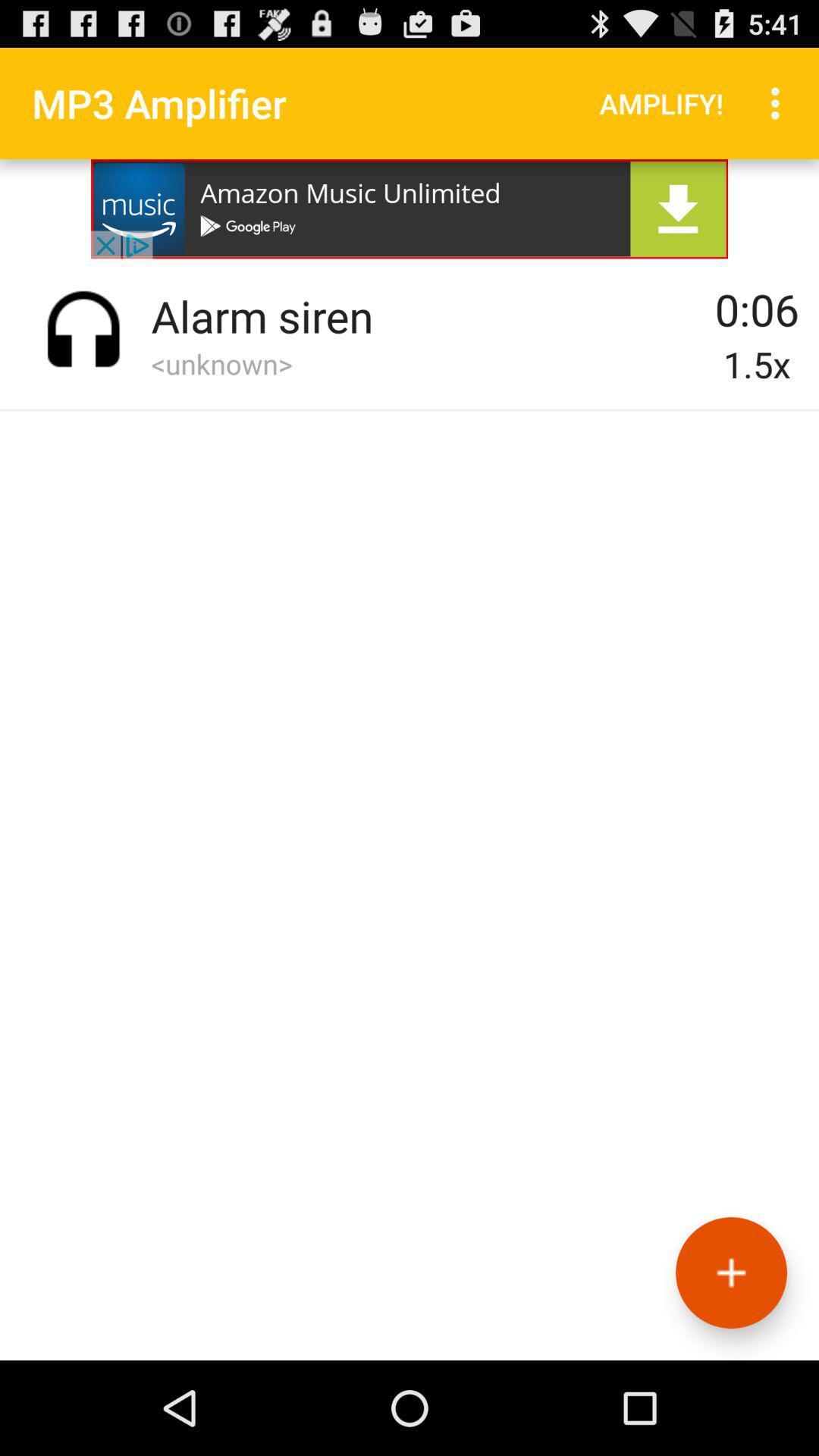 This screenshot has height=1456, width=819. I want to click on button, so click(730, 1272).